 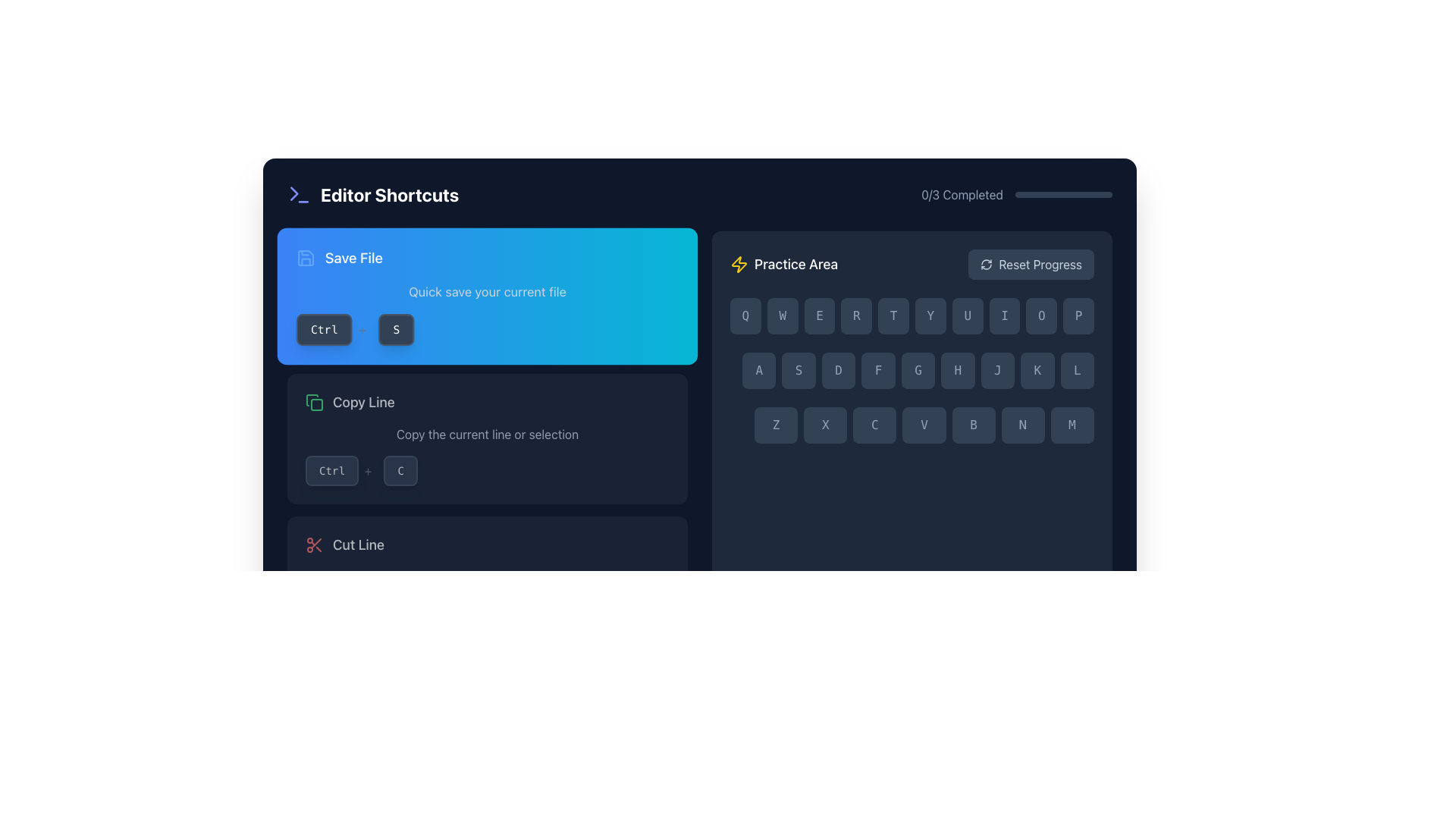 What do you see at coordinates (1037, 371) in the screenshot?
I see `the virtual key labeled 'K', which is the eighth key in a row of nine keys in a grid layout, positioned between the 'J' key and the 'L' key` at bounding box center [1037, 371].